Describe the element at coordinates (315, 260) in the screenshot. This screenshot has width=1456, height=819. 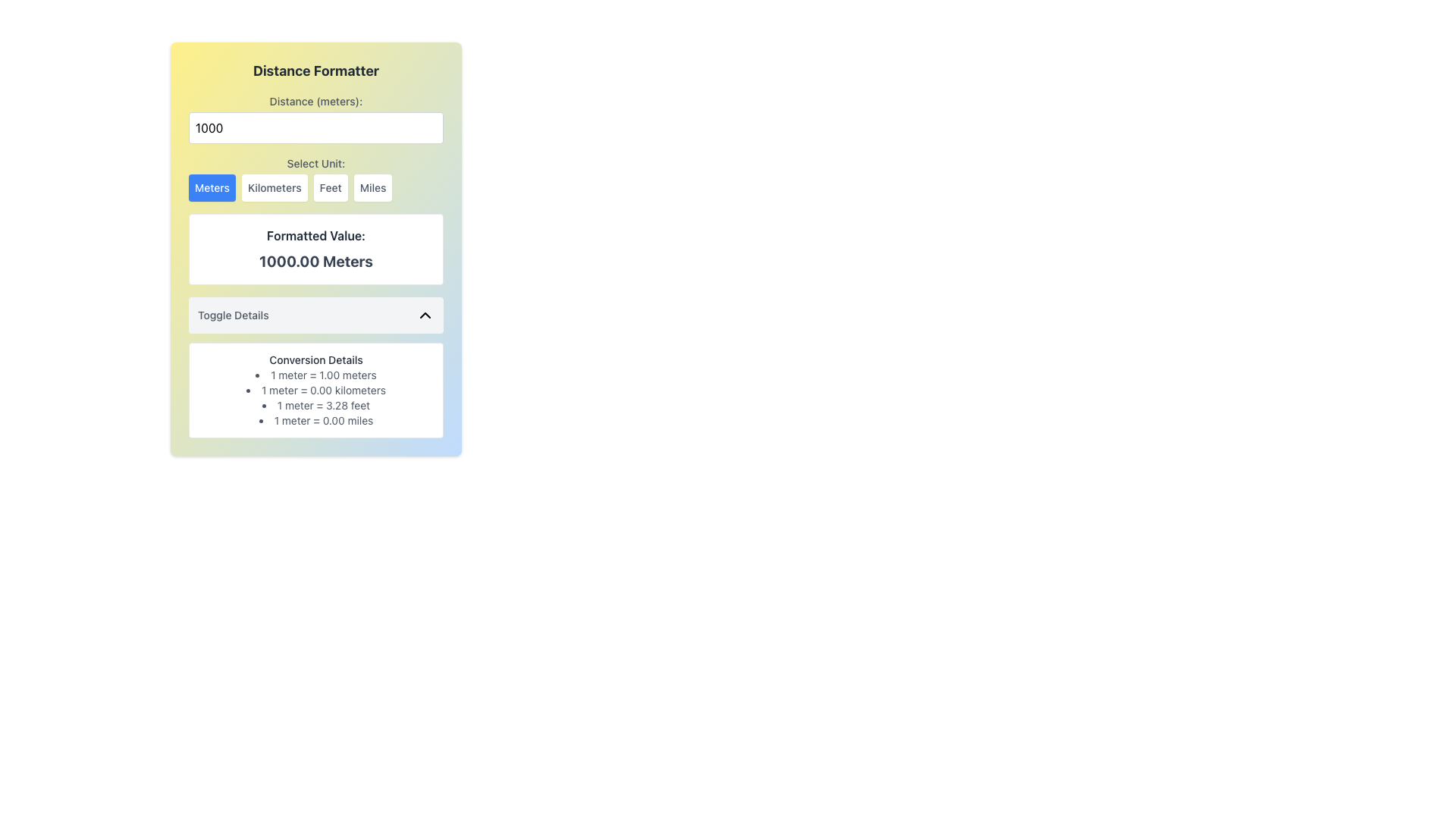
I see `the Text Label displaying '1000.00 Meters', which is centrally located within the 'Distance Formatter' interface and is bold with a grayish tone` at that location.